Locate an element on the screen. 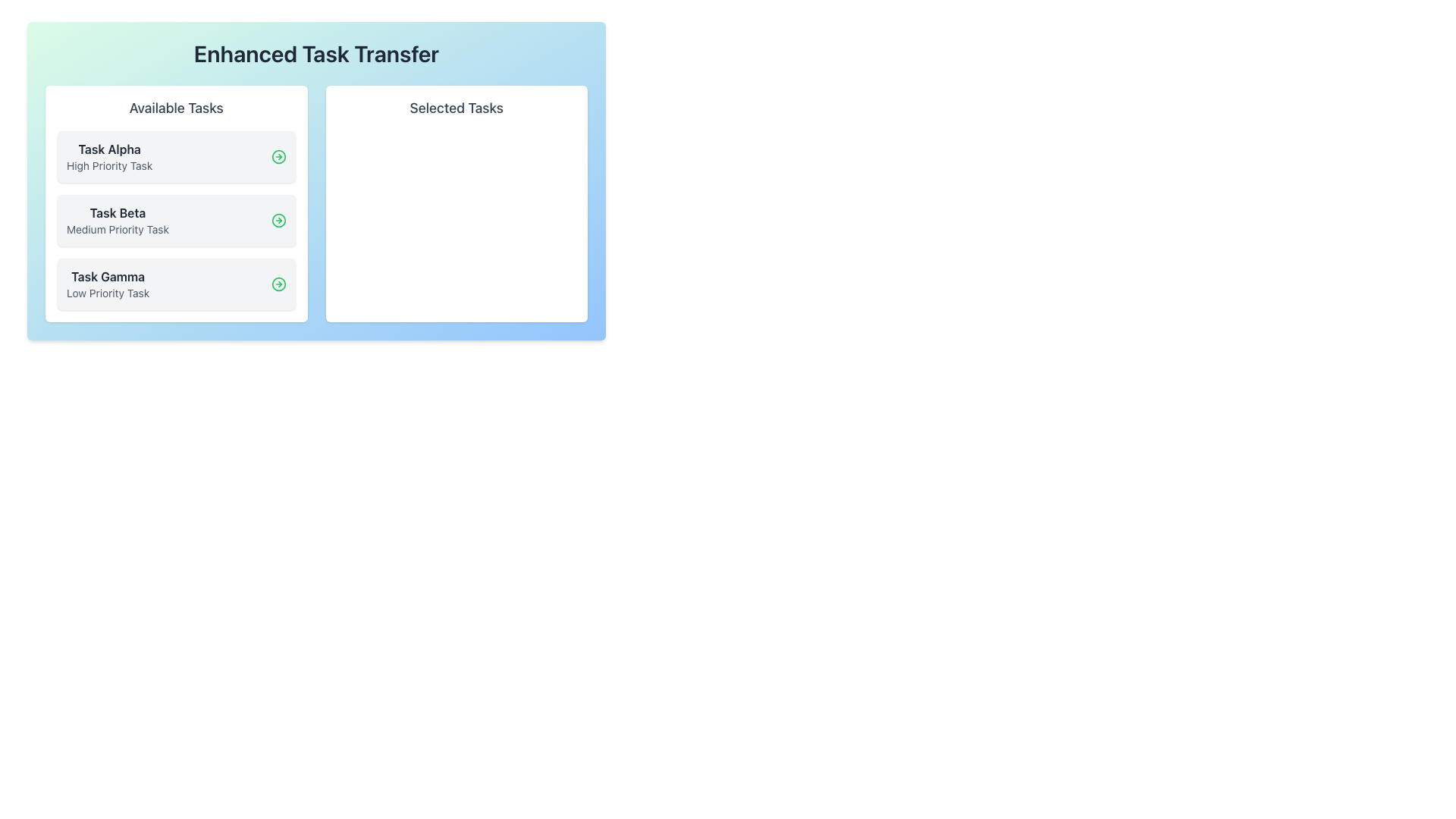 The image size is (1456, 819). the green circular button in the second task item of the 'Available Tasks' list to mark or select the task is located at coordinates (176, 220).